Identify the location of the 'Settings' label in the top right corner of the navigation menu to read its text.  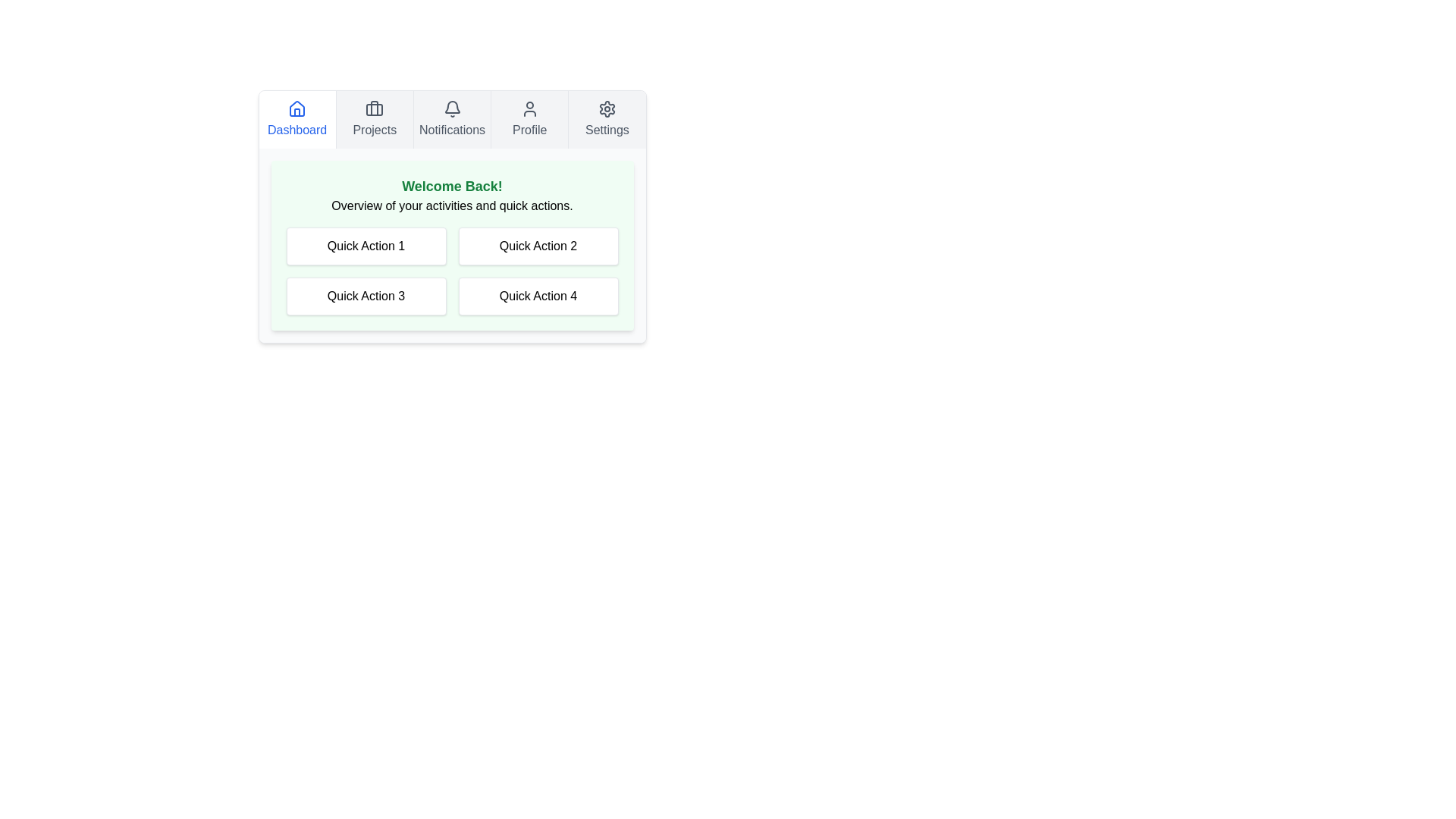
(607, 130).